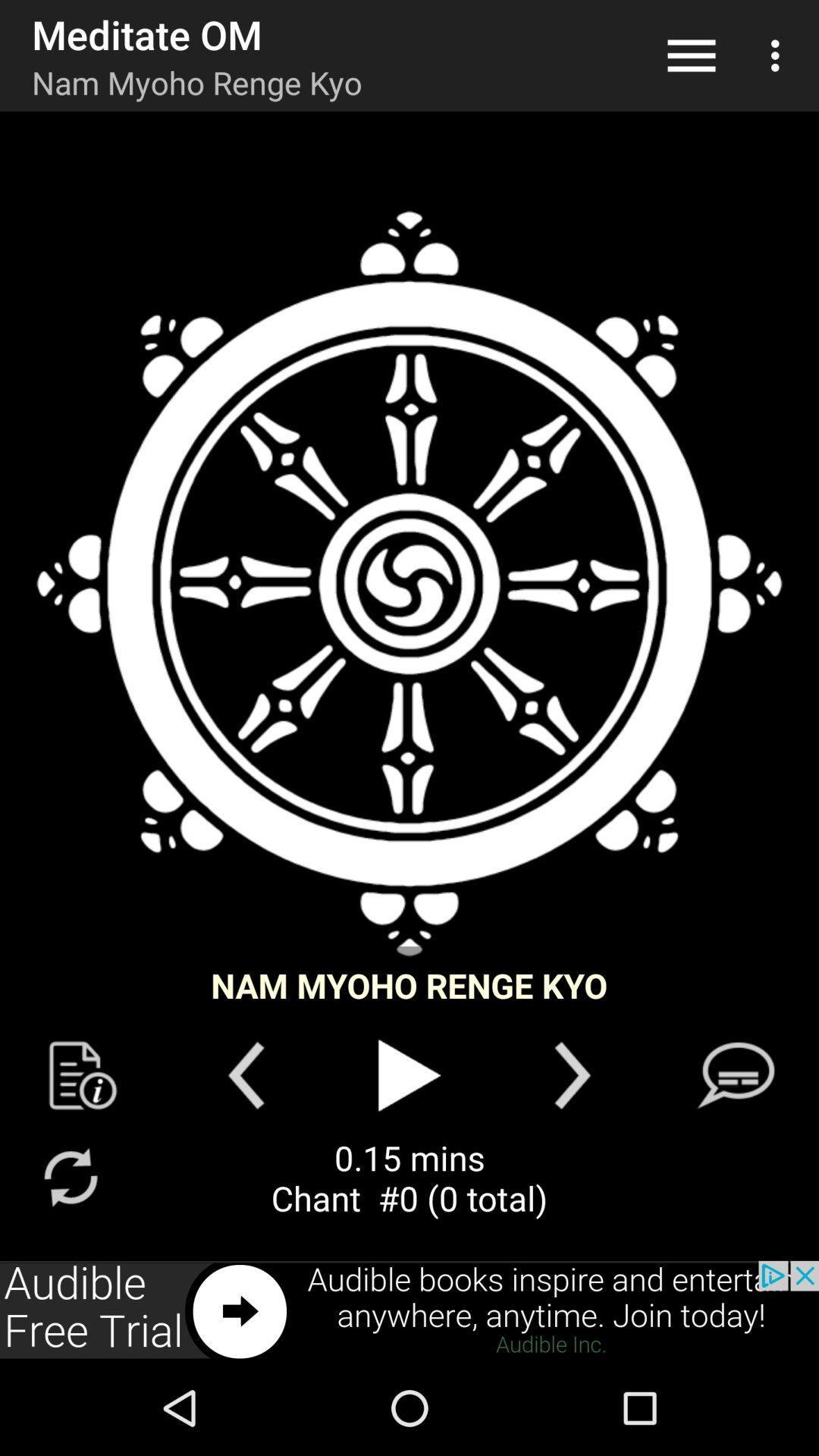 The image size is (819, 1456). Describe the element at coordinates (573, 1075) in the screenshot. I see `advance forward` at that location.